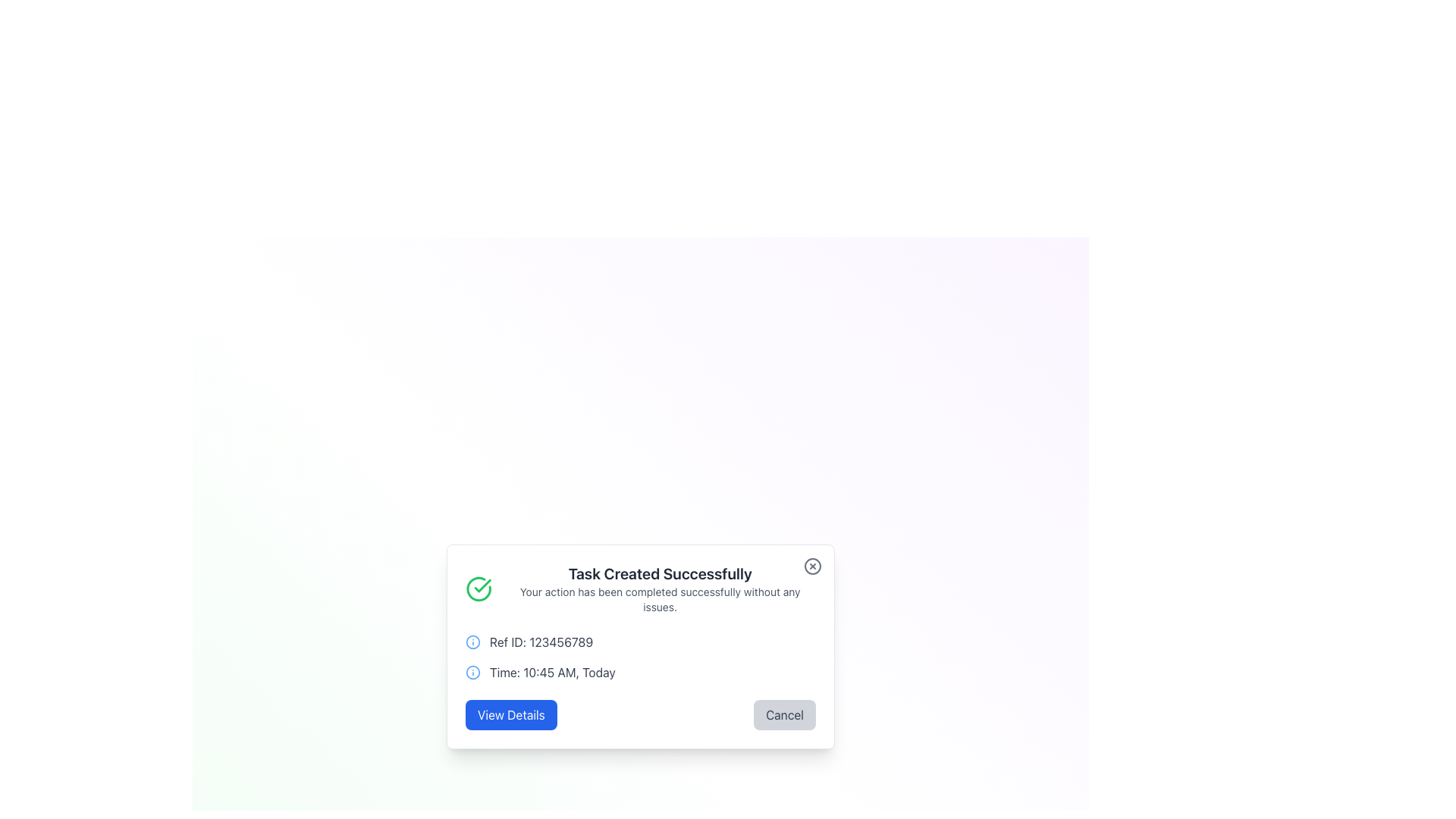 The height and width of the screenshot is (819, 1456). Describe the element at coordinates (660, 588) in the screenshot. I see `message displayed in the text block that confirms the task has been created successfully, which includes the title 'Task Created Successfully' and the message 'Your action has been completed successfully without any issues.'` at that location.